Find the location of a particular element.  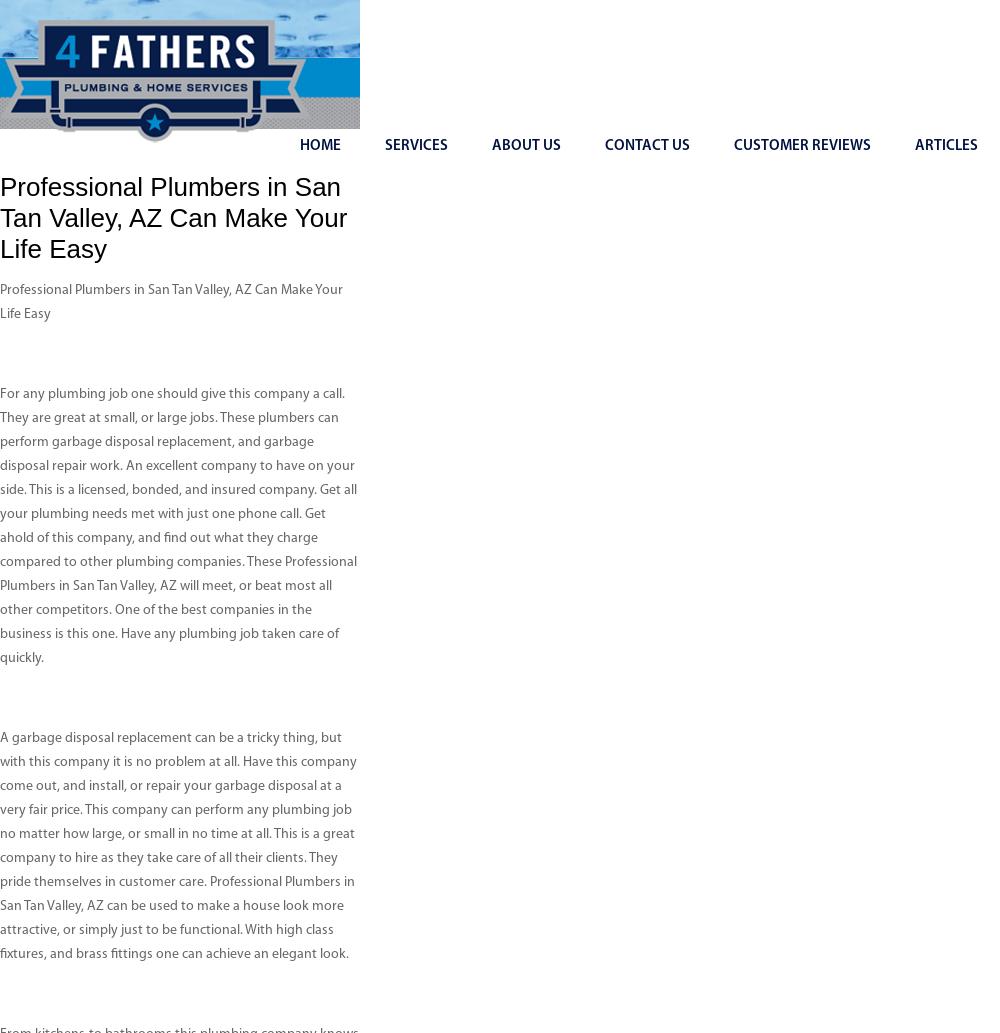

'Articles' is located at coordinates (945, 146).